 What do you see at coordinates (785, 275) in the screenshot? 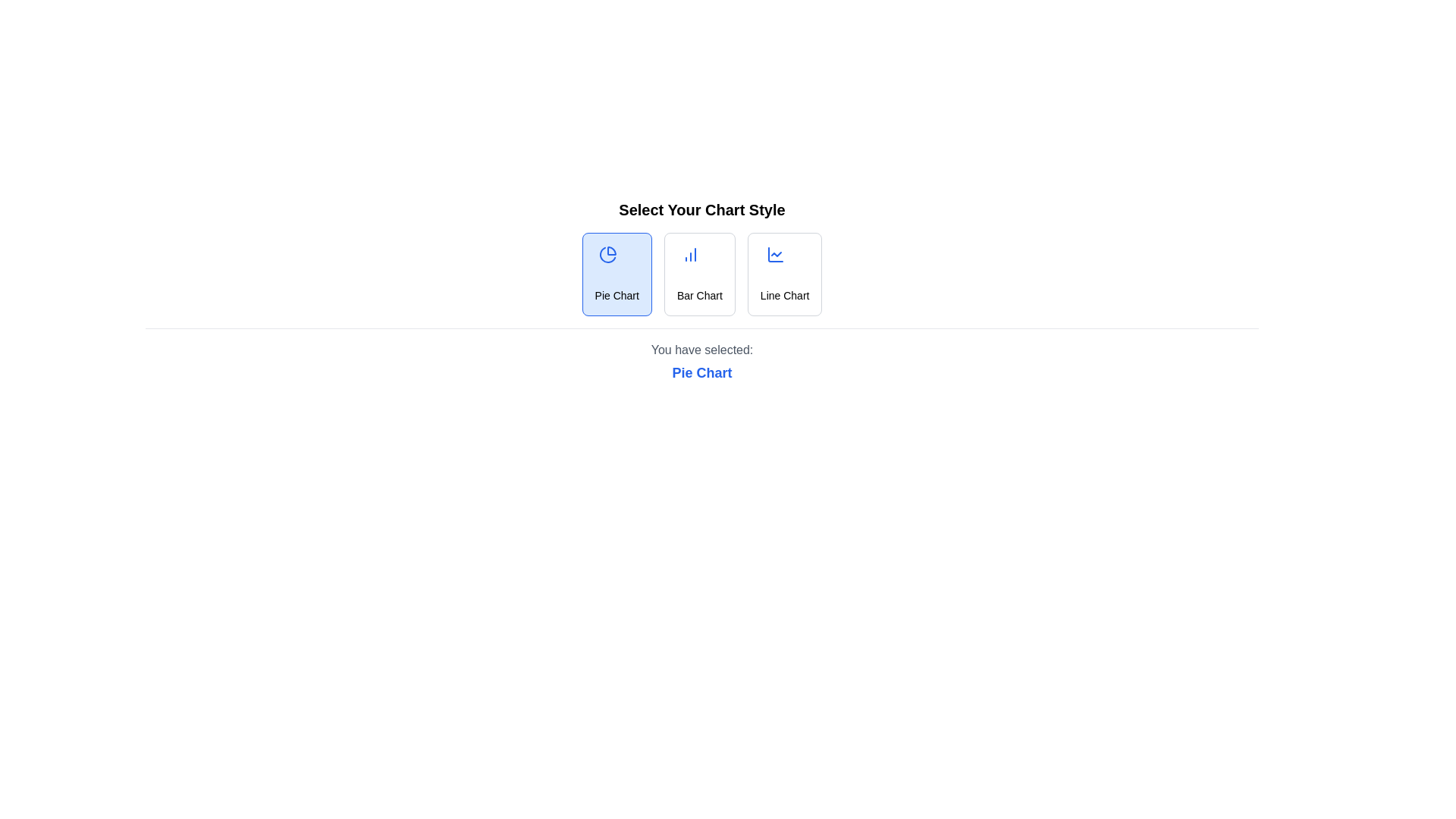
I see `the third button in the horizontal row, which selects the line chart style and updates the interface accordingly` at bounding box center [785, 275].